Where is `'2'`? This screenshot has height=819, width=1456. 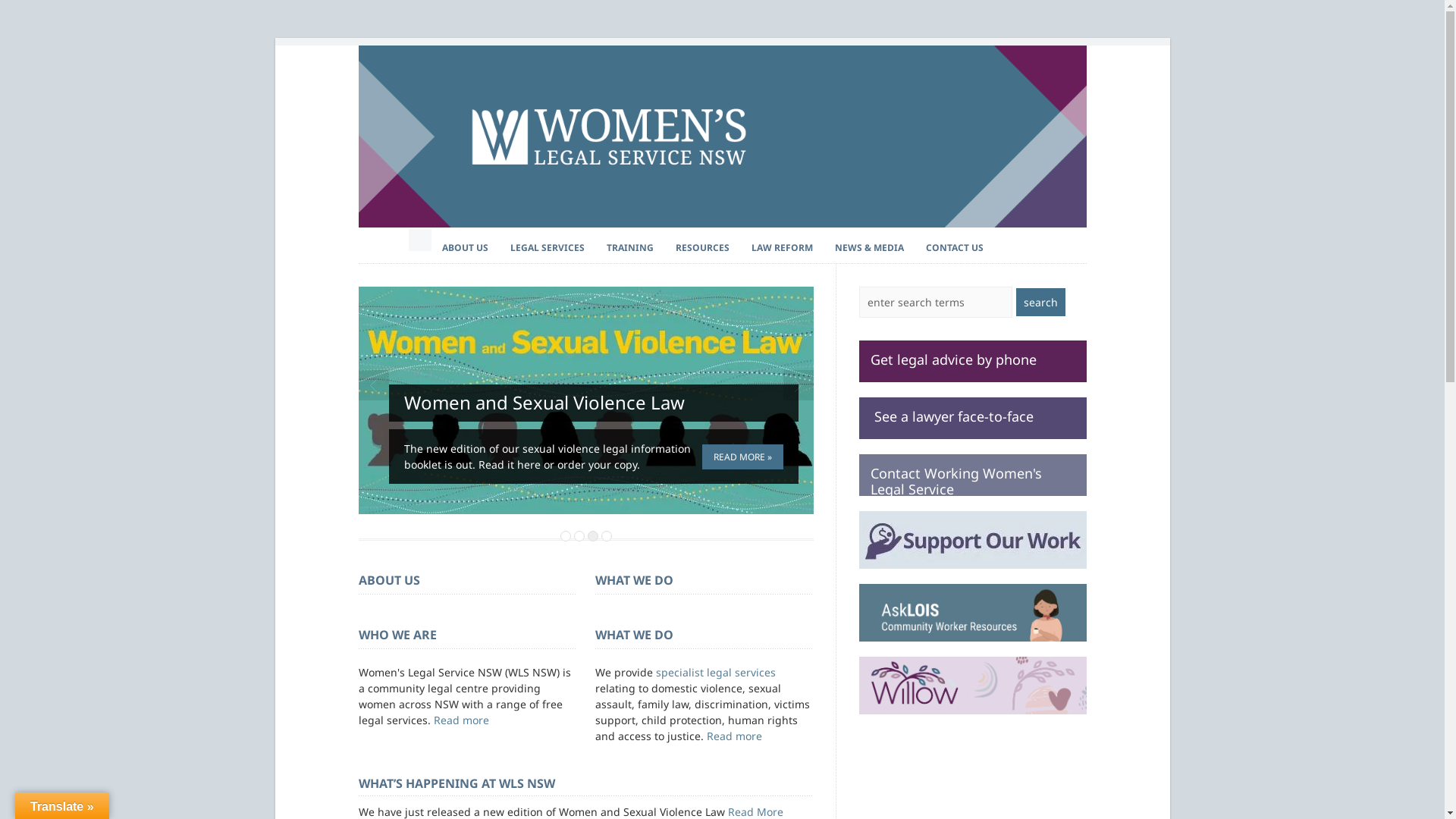
'2' is located at coordinates (578, 535).